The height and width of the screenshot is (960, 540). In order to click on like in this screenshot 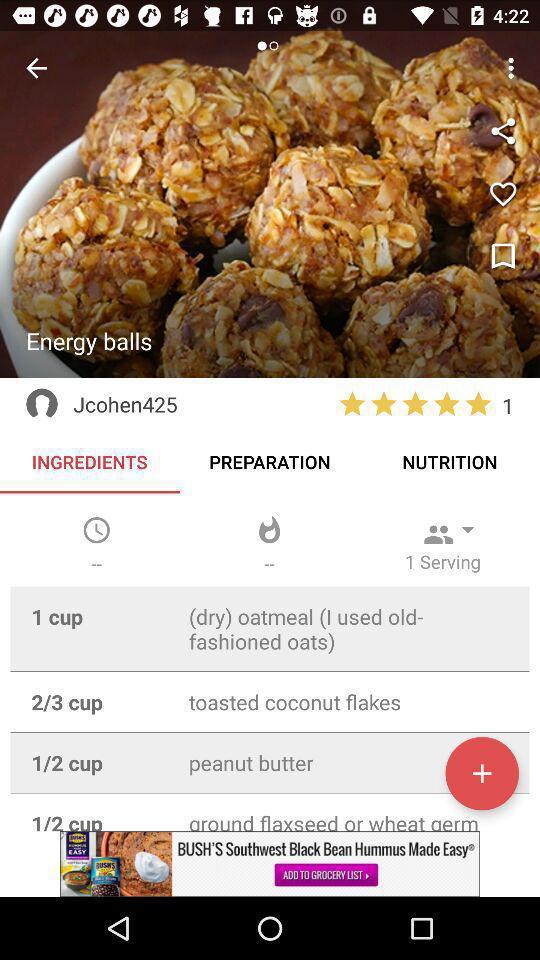, I will do `click(502, 194)`.